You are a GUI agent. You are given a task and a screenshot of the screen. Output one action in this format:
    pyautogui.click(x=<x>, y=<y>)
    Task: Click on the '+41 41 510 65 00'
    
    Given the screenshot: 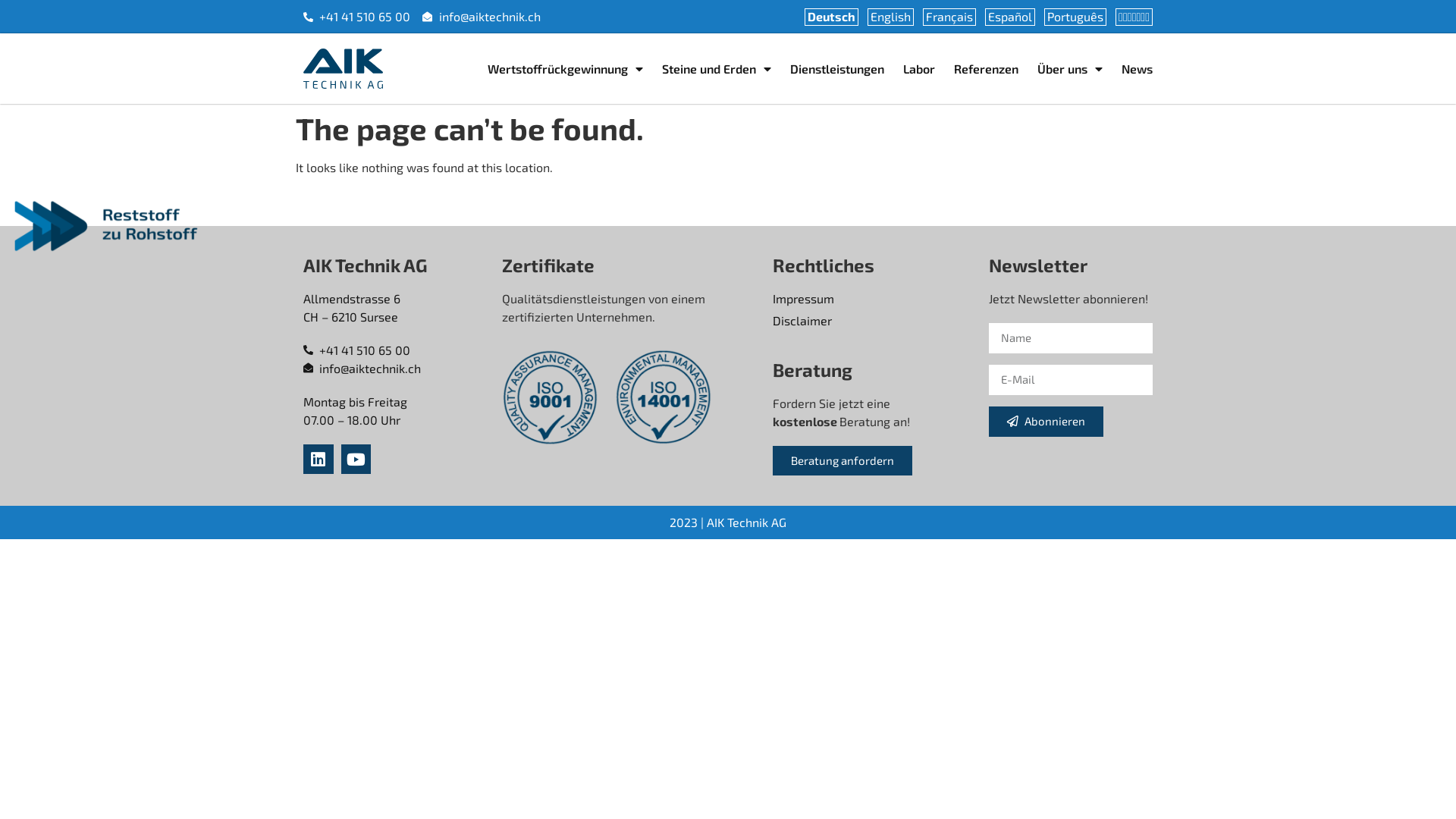 What is the action you would take?
    pyautogui.click(x=395, y=350)
    